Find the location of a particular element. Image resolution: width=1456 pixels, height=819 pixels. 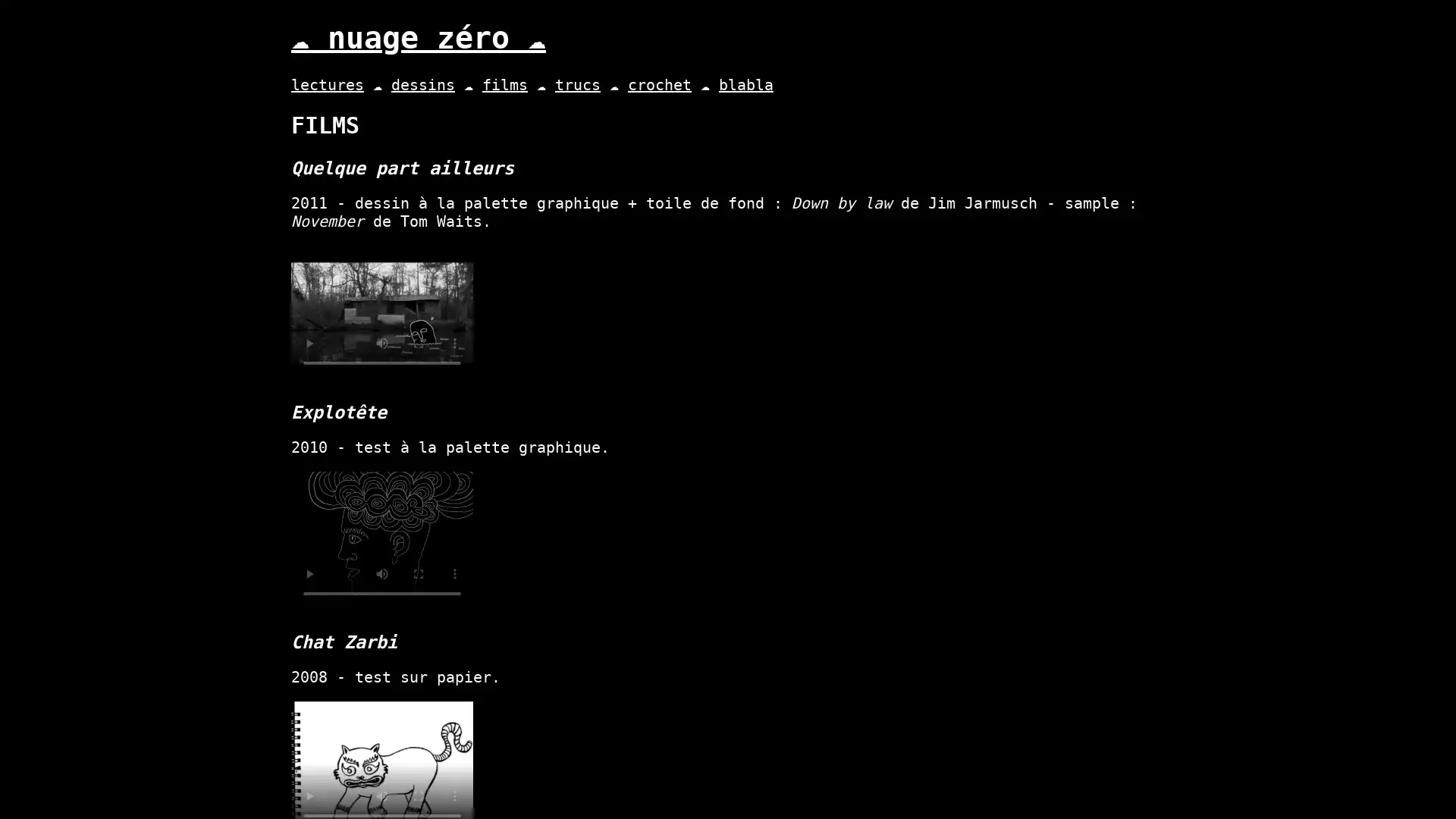

play is located at coordinates (309, 343).